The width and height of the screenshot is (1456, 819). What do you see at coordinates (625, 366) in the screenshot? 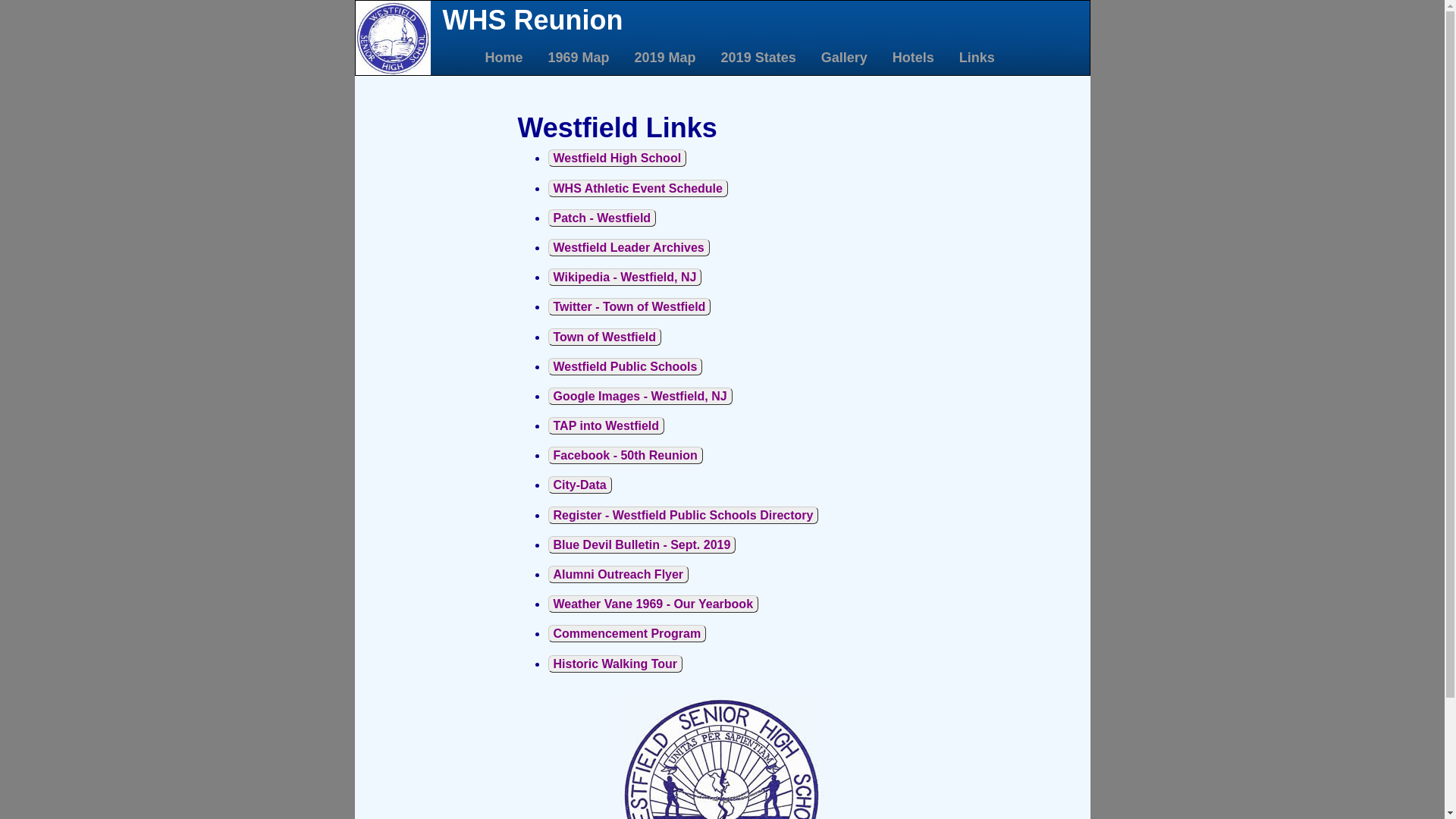
I see `'Westfield Public Schools'` at bounding box center [625, 366].